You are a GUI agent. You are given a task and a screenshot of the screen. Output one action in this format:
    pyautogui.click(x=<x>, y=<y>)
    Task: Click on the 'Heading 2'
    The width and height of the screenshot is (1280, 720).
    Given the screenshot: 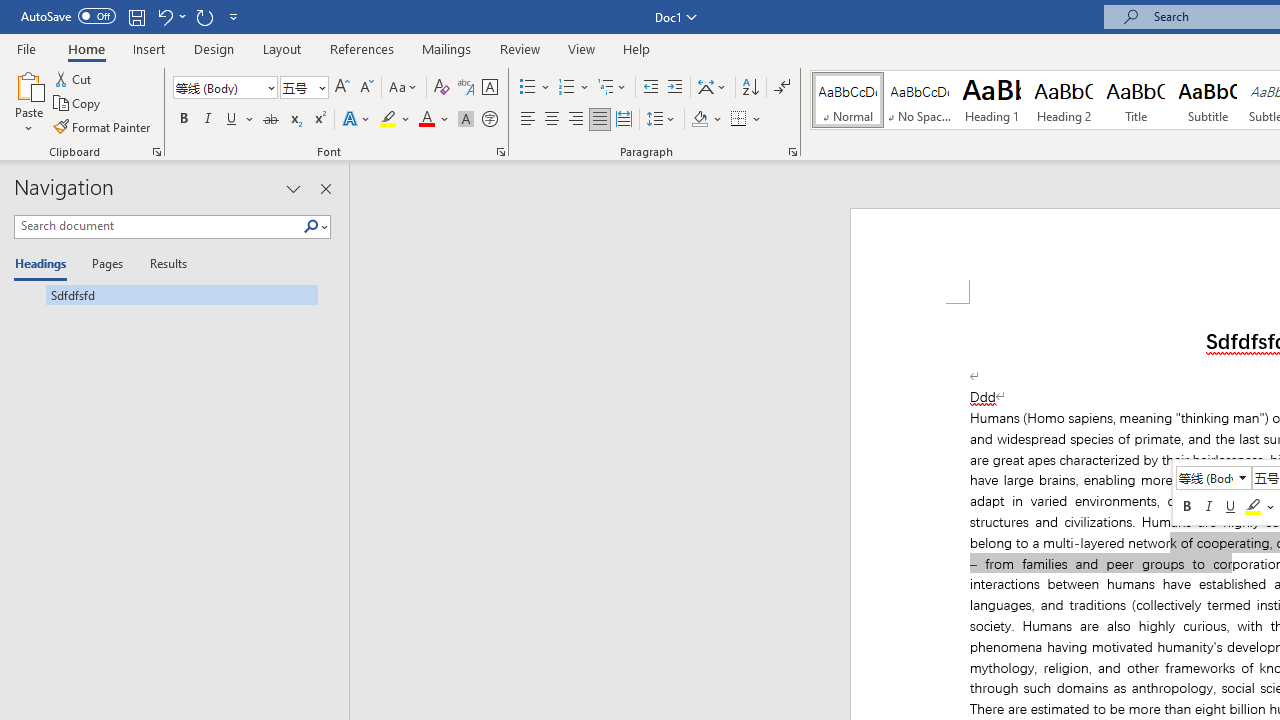 What is the action you would take?
    pyautogui.click(x=1062, y=100)
    